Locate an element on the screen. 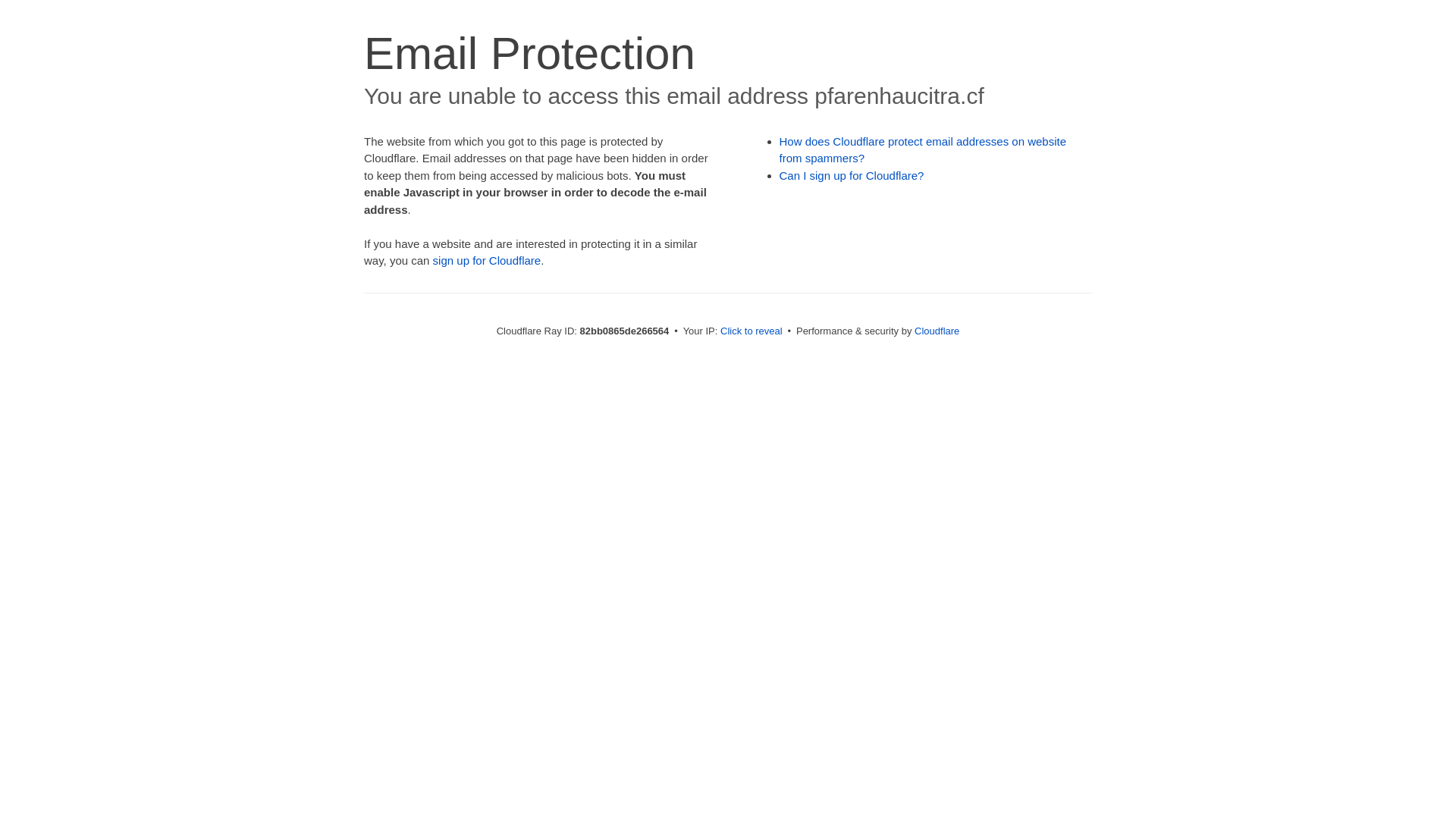 The image size is (1456, 819). 'Cloudflare' is located at coordinates (936, 330).